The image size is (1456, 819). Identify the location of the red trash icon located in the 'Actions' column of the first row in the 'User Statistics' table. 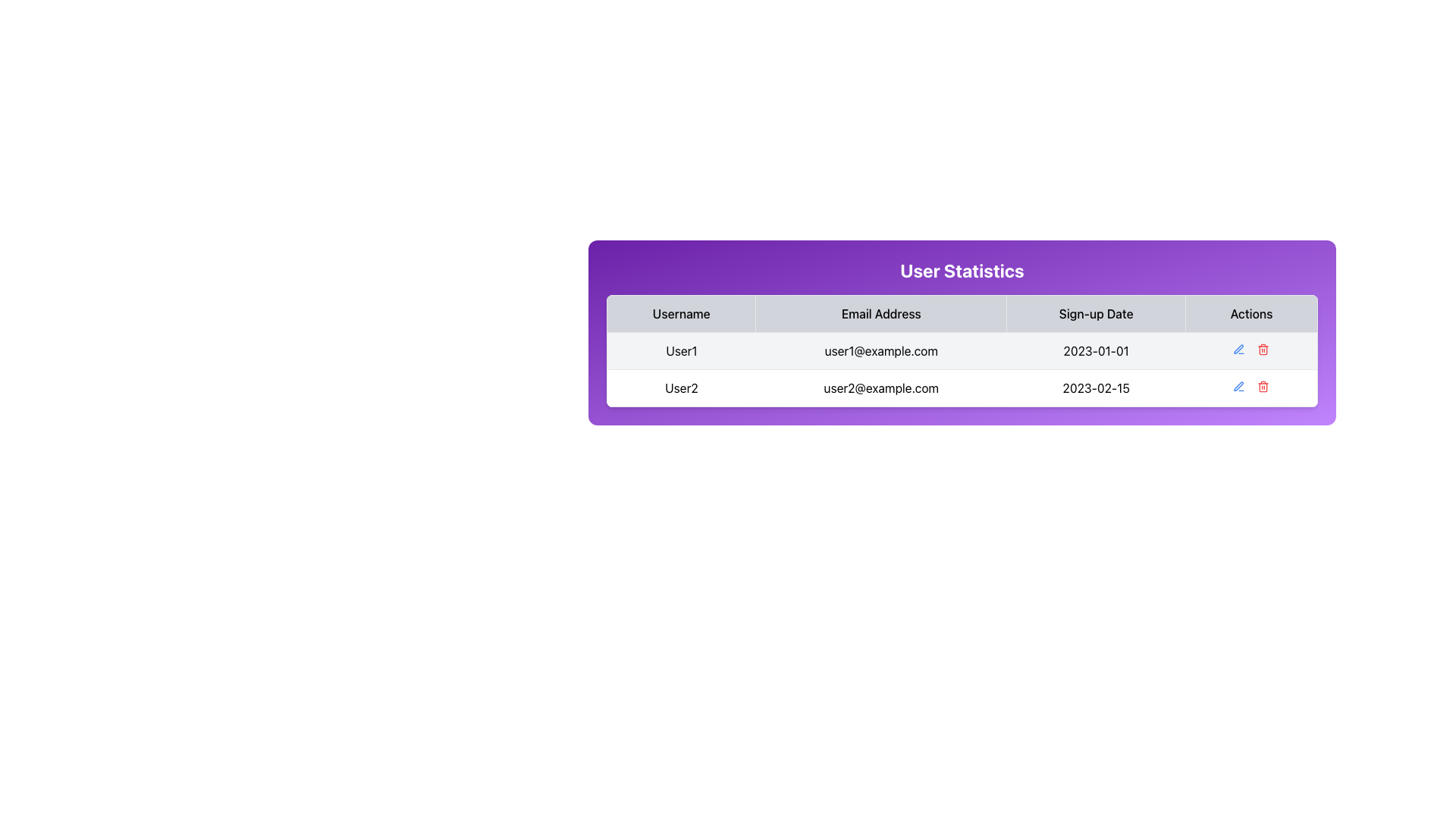
(1263, 350).